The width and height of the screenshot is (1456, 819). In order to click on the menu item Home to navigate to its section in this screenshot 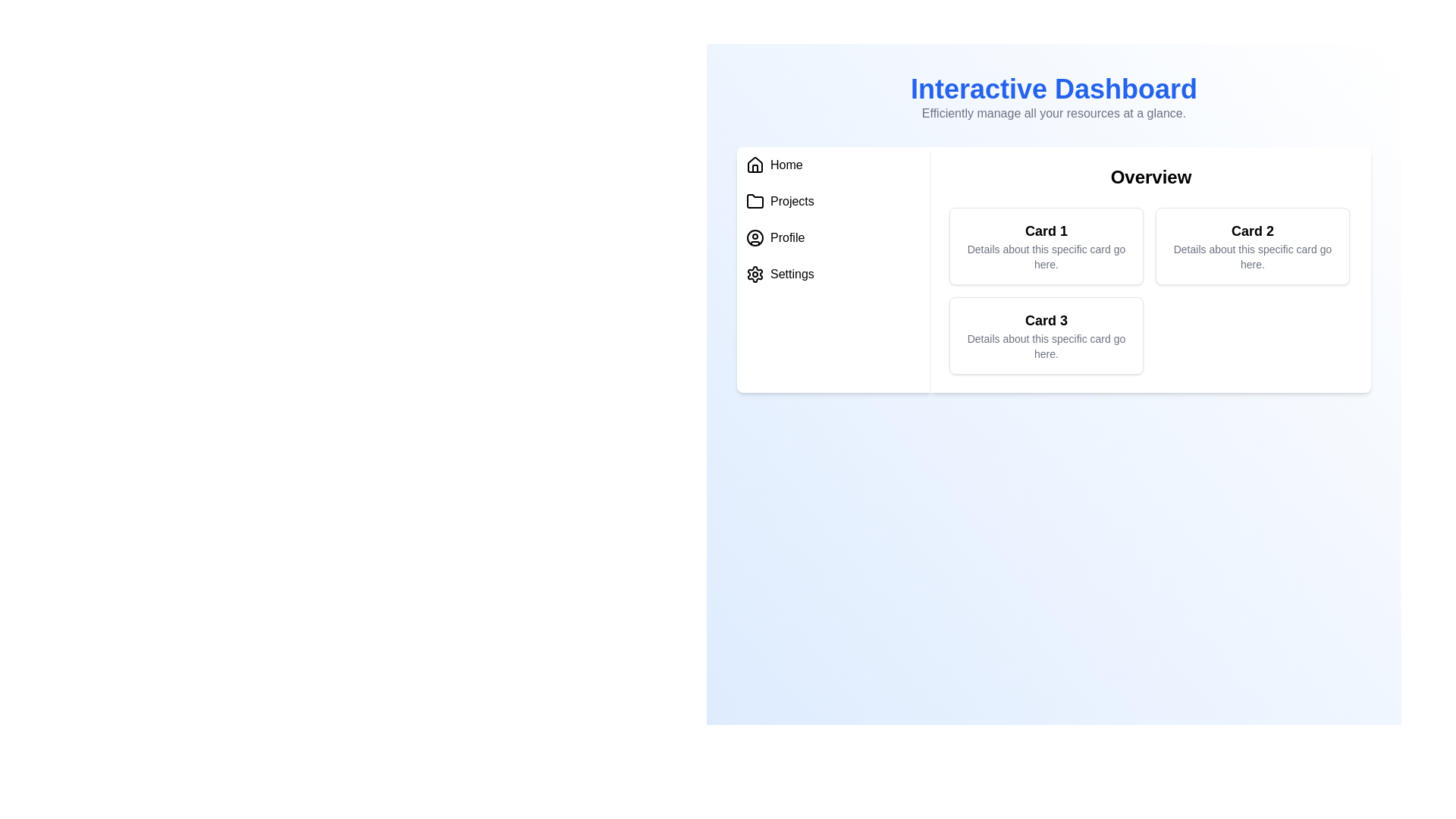, I will do `click(833, 165)`.